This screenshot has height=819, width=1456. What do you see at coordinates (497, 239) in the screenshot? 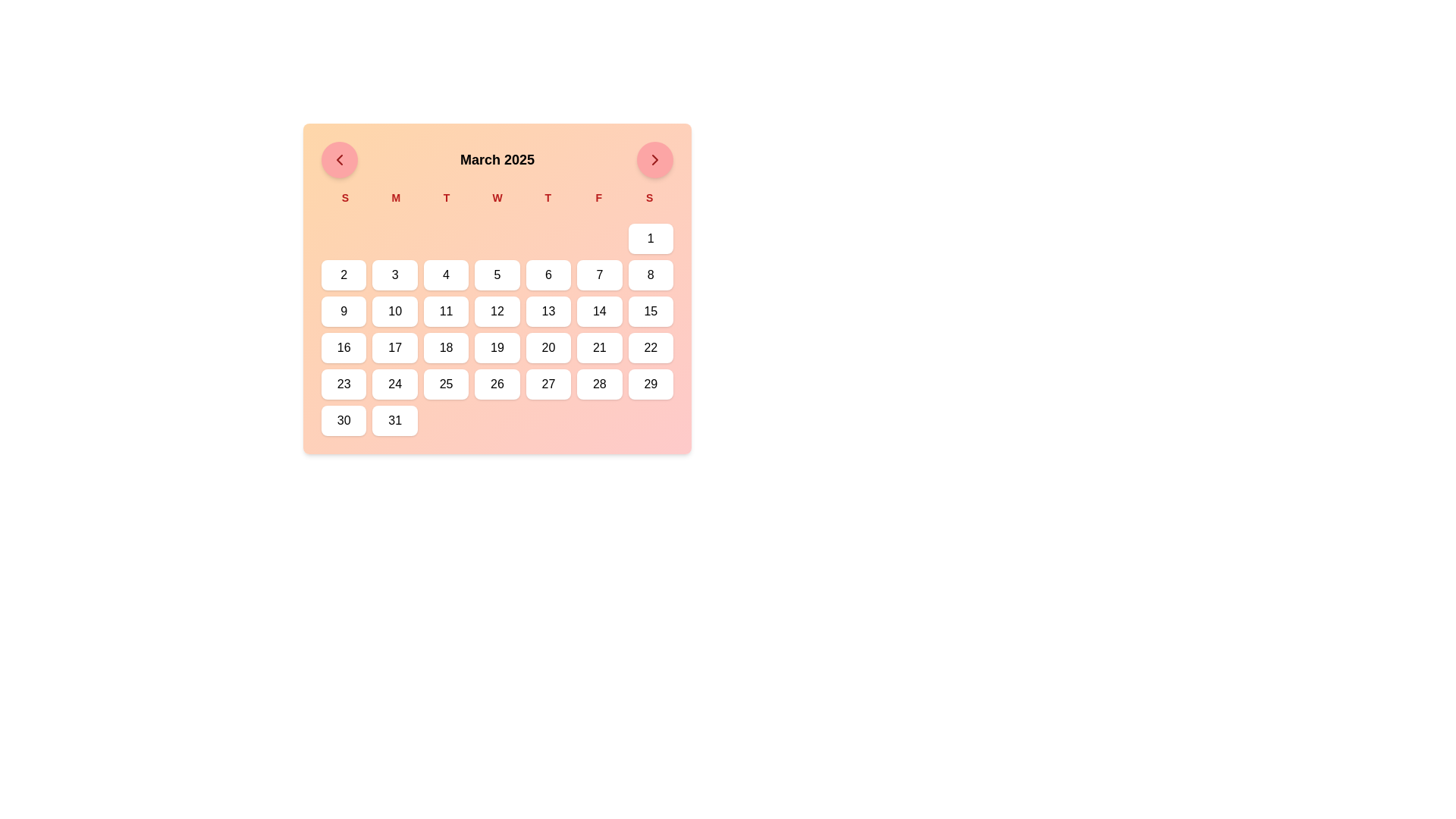
I see `the decorative or placeholder element located in the fourth position from the left in the first row of the calendar grid layout` at bounding box center [497, 239].